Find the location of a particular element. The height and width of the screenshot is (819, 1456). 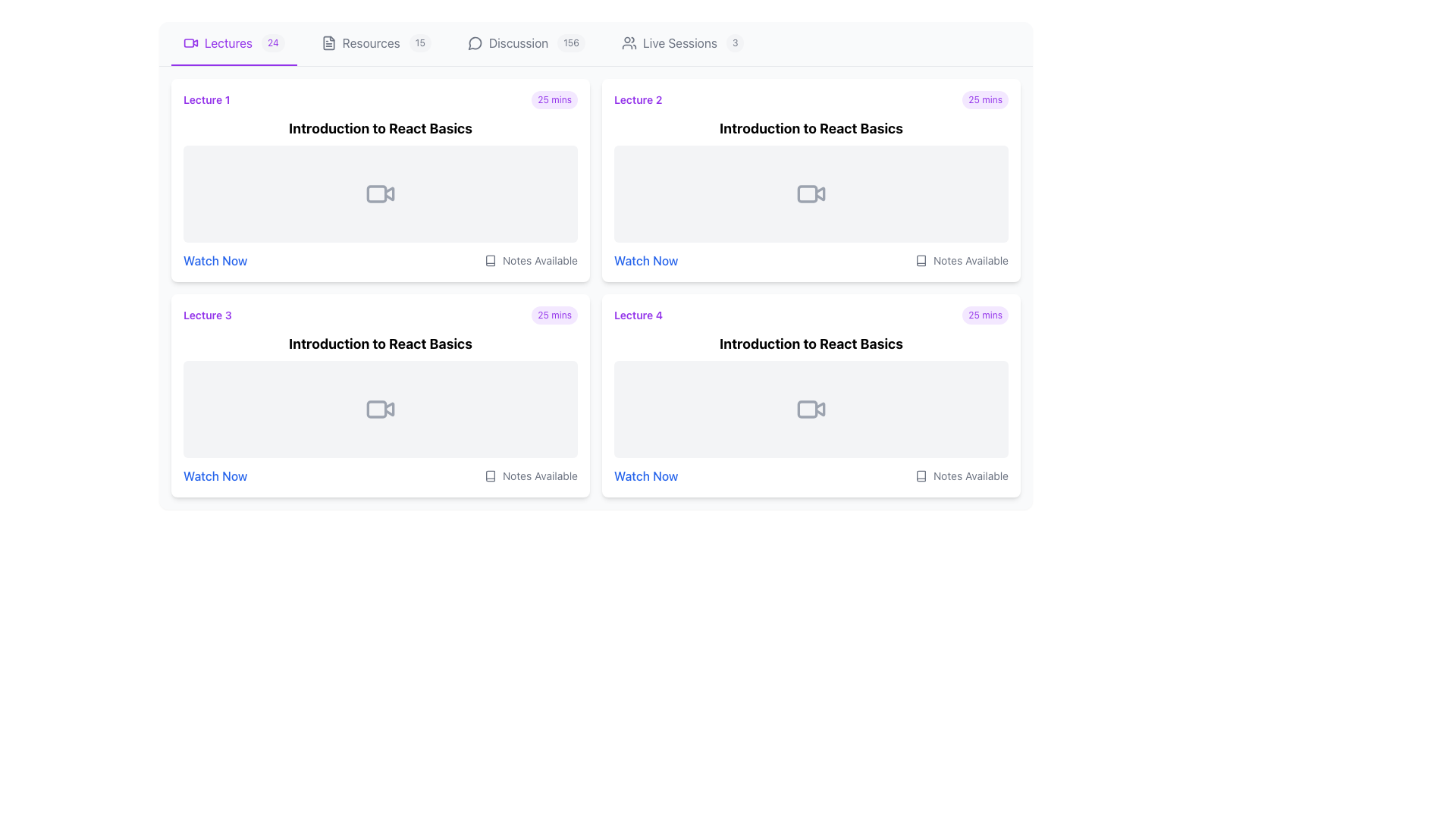

the text label element styled with a purple, bold font that contains the words 'Lecture 3', located in the header area of a content block is located at coordinates (206, 315).